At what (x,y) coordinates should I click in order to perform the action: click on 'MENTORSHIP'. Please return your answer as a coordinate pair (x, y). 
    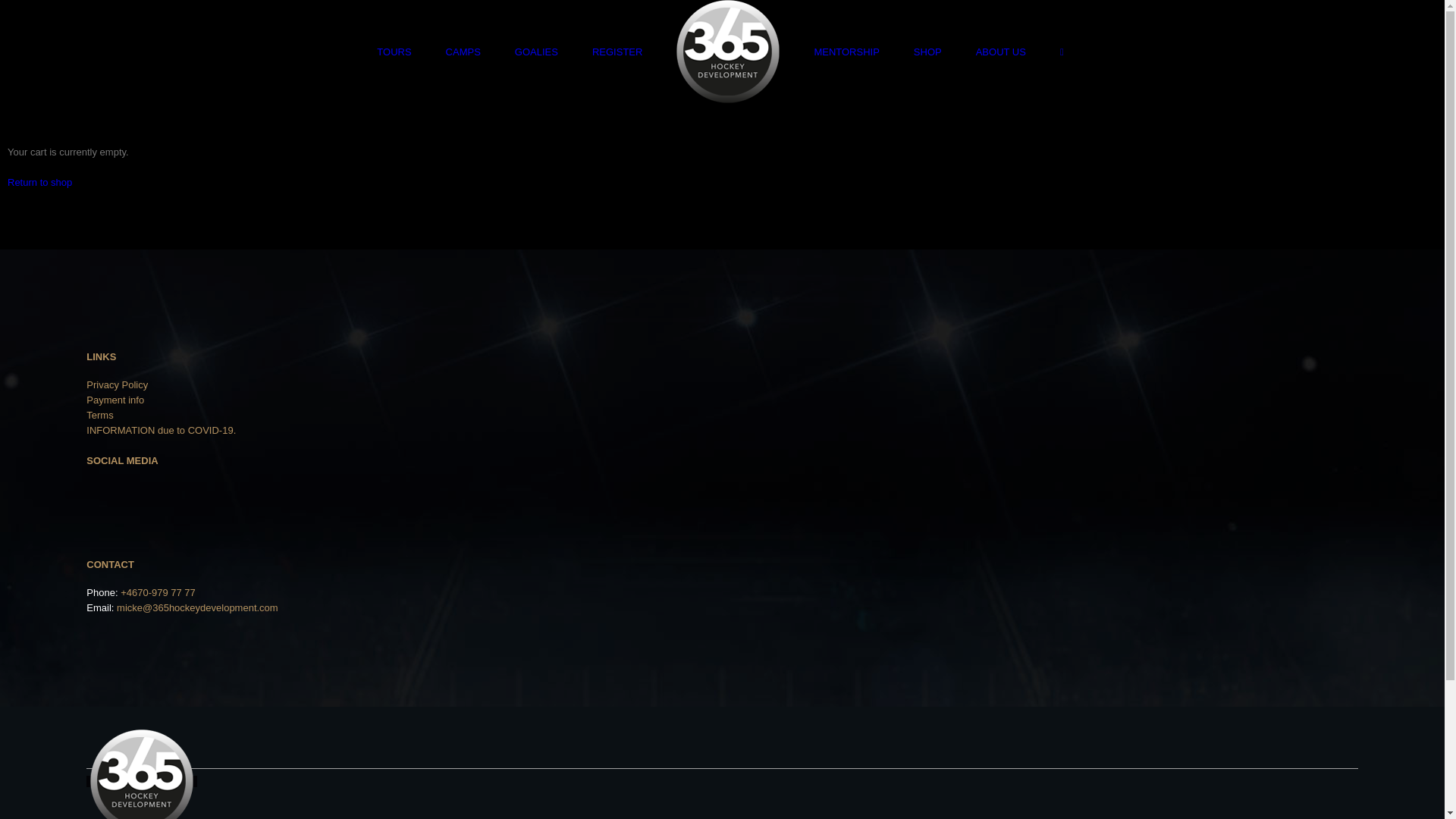
    Looking at the image, I should click on (813, 51).